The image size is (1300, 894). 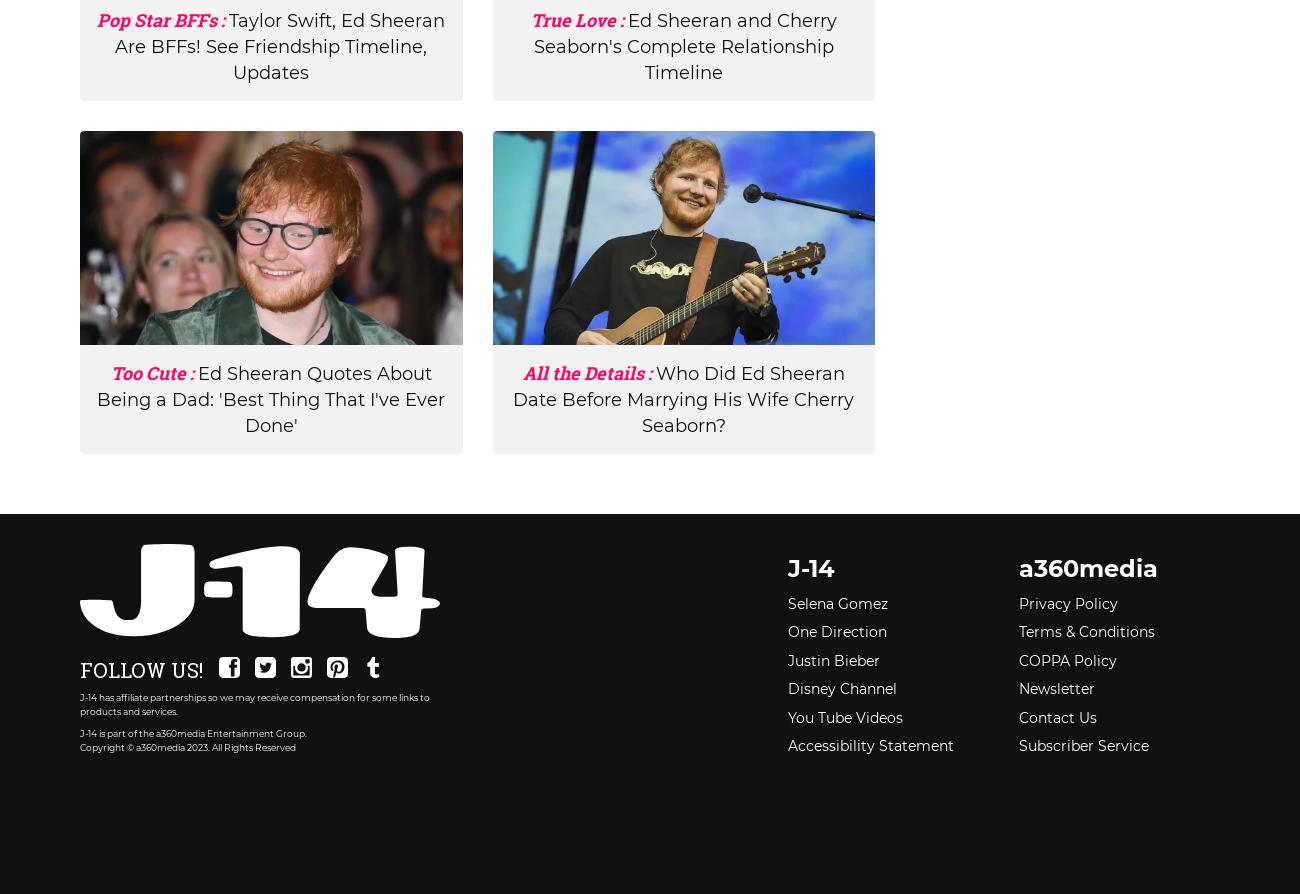 I want to click on 'J-14 has affiliate partnerships so we may receive compensation for some links to products and services.', so click(x=254, y=703).